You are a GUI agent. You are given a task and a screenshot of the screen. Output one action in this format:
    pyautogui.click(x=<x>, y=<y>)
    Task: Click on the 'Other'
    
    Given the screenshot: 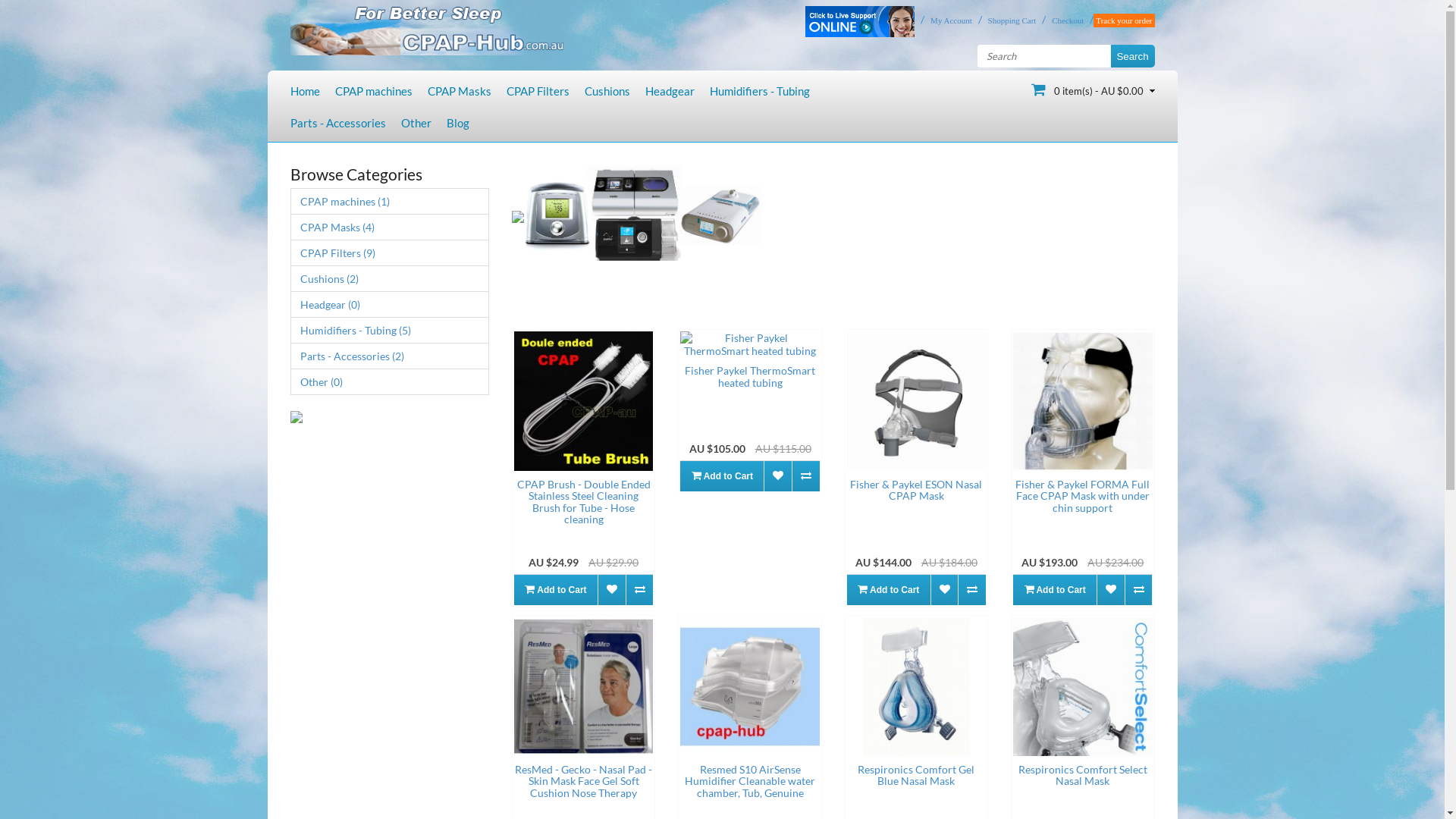 What is the action you would take?
    pyautogui.click(x=415, y=122)
    